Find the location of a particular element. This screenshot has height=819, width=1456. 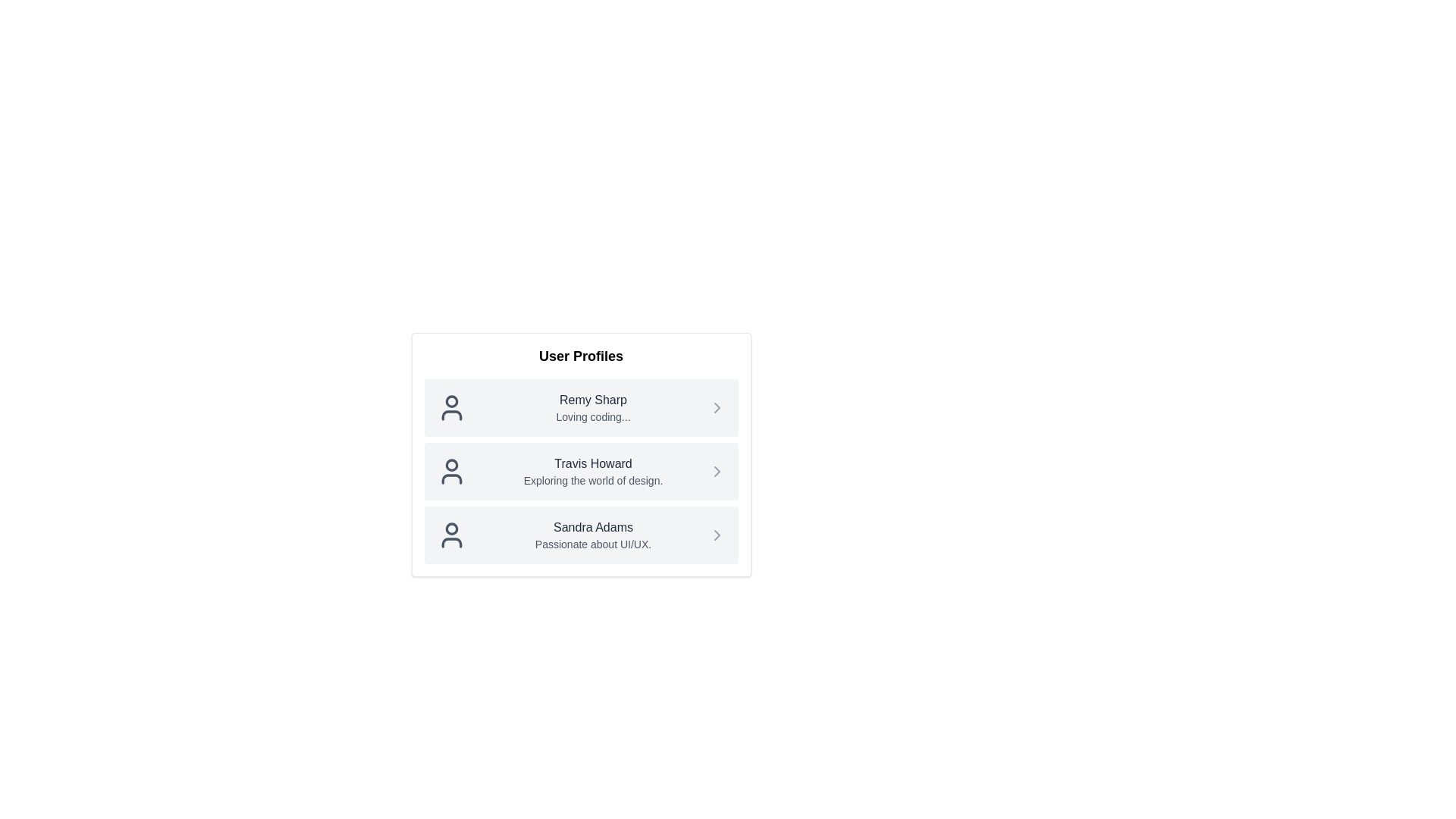

the rightward-pointing chevron icon associated with the user profile 'Remy Sharp' in the user profiles list is located at coordinates (716, 406).